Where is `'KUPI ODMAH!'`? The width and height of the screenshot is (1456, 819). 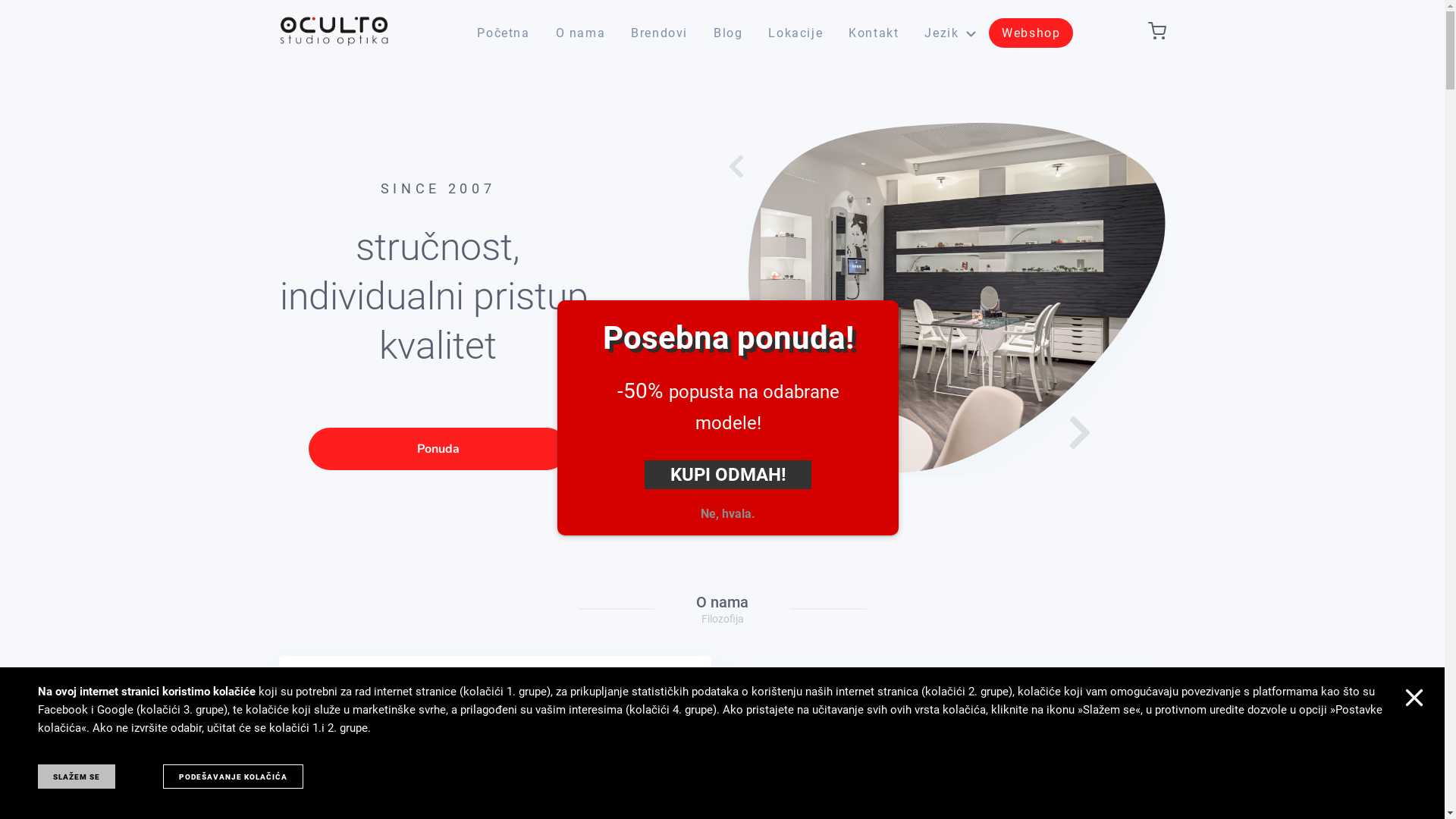
'KUPI ODMAH!' is located at coordinates (644, 473).